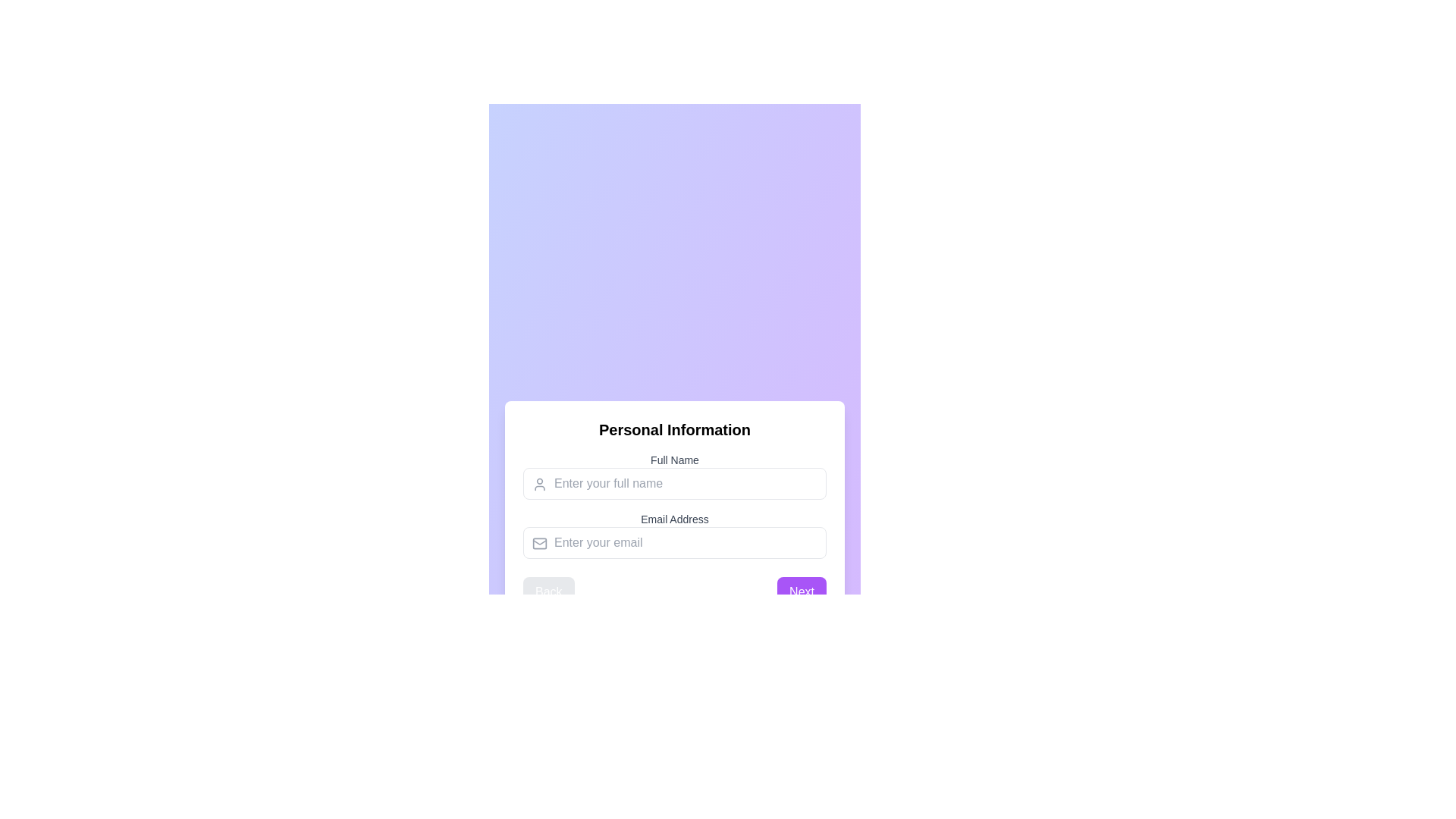  What do you see at coordinates (539, 543) in the screenshot?
I see `the decorative graphical component of the mail envelope icon, which is positioned in the lower section of the email input field, aligned to the left of the text field` at bounding box center [539, 543].